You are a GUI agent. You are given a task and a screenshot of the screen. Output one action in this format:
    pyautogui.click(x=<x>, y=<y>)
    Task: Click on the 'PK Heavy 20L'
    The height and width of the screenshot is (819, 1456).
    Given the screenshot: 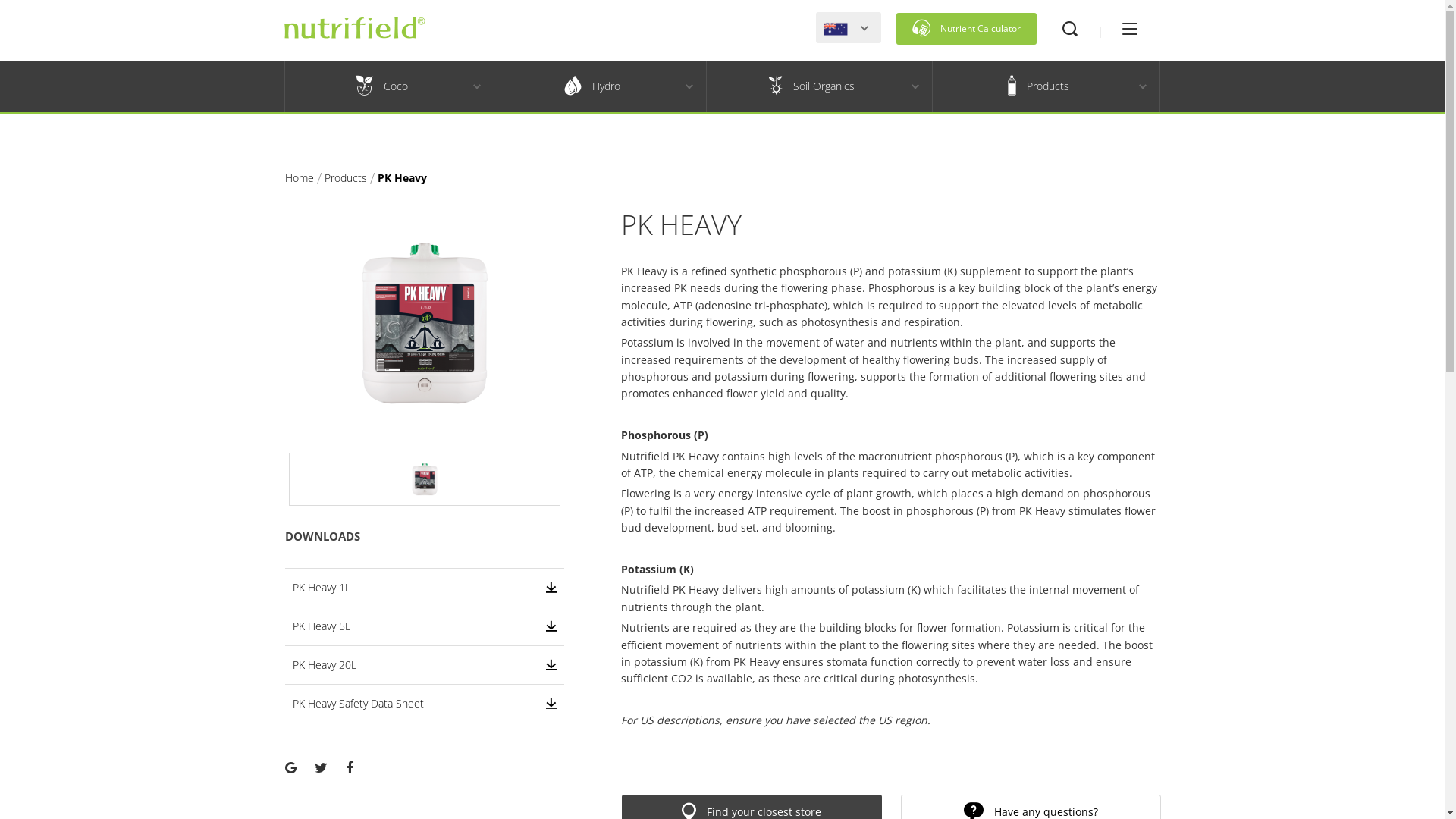 What is the action you would take?
    pyautogui.click(x=425, y=664)
    